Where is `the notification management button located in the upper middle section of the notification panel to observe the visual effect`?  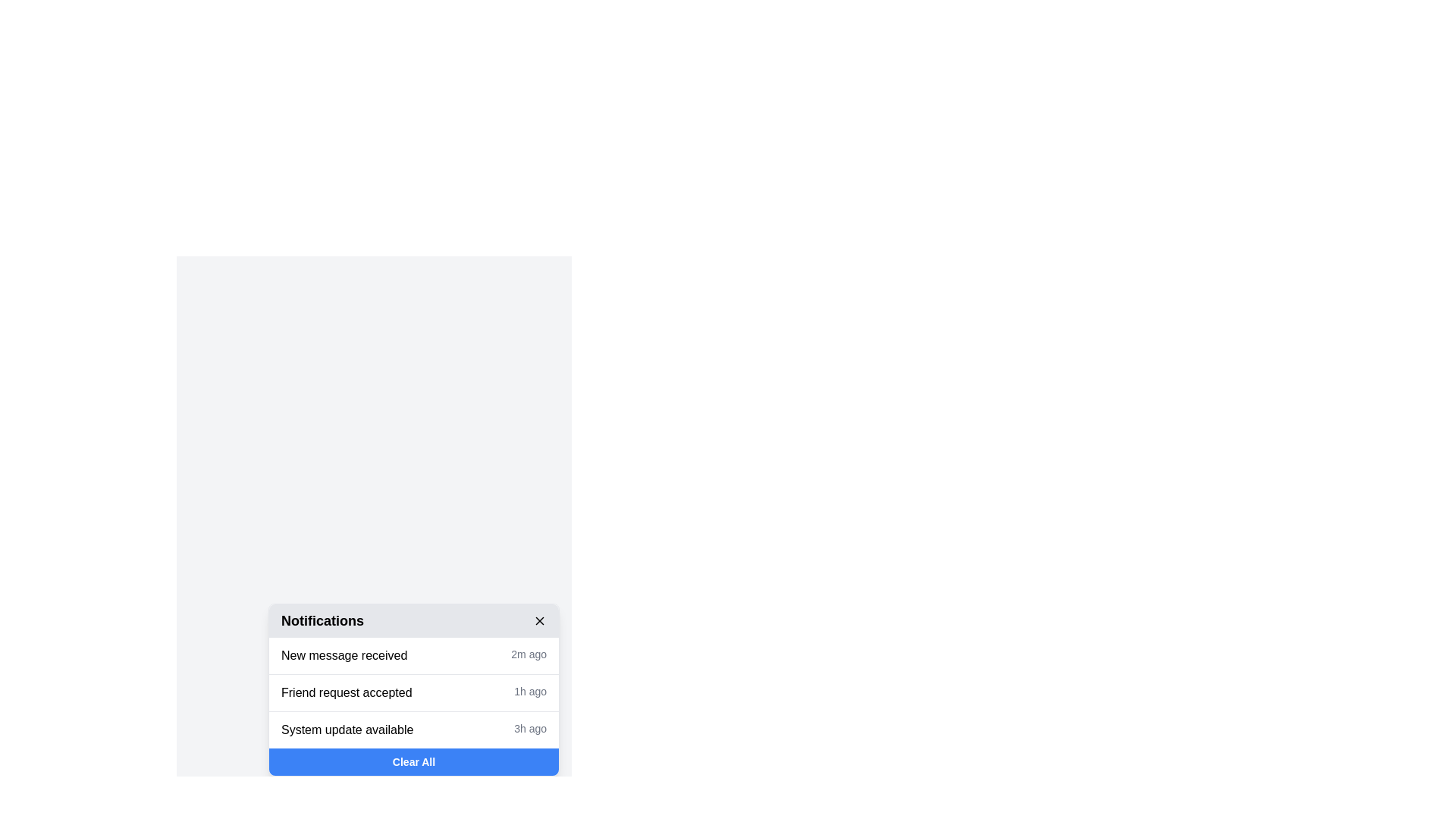 the notification management button located in the upper middle section of the notification panel to observe the visual effect is located at coordinates (374, 665).